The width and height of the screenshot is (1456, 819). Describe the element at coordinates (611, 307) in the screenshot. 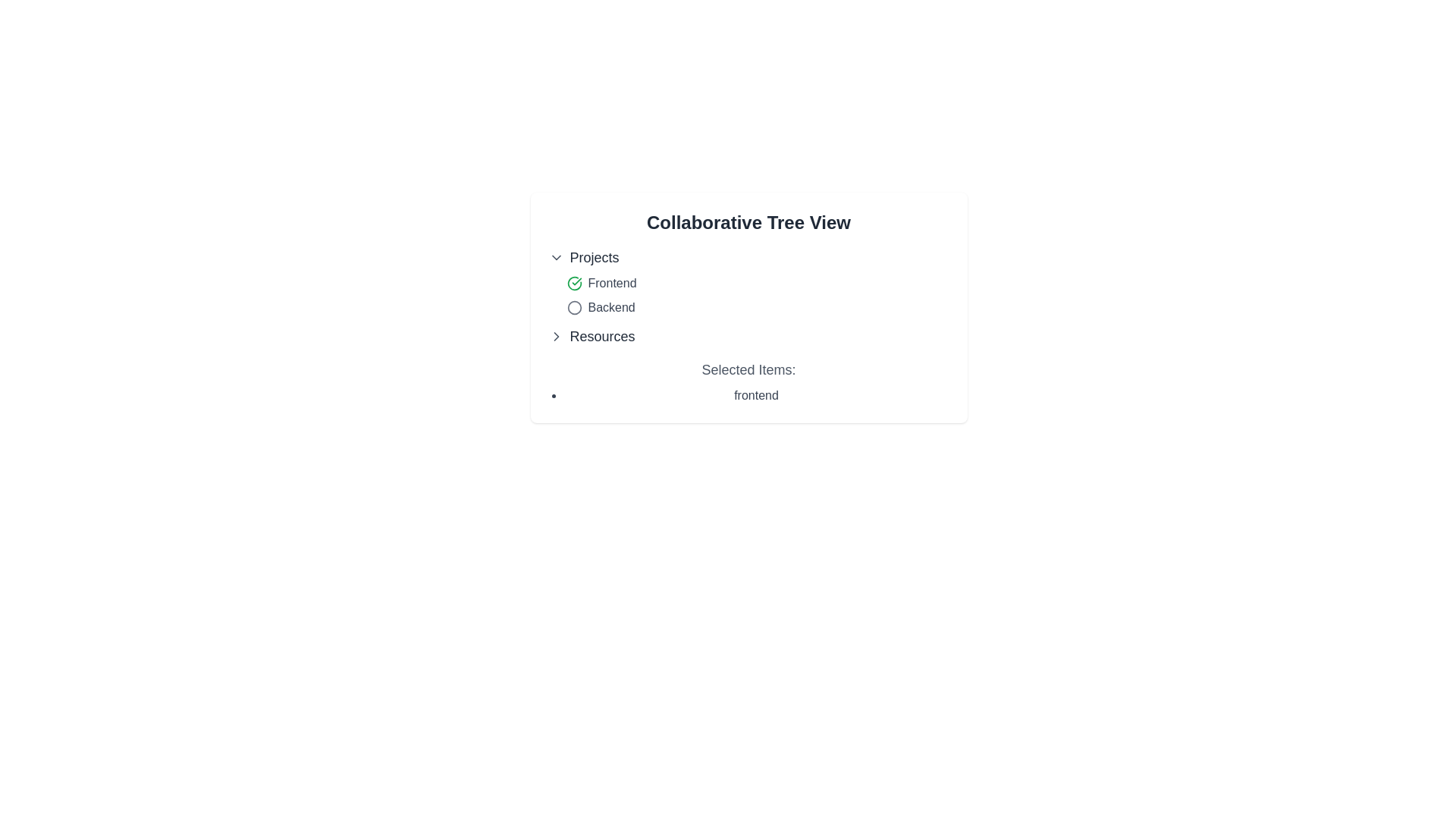

I see `the text content of the 'Backend' label, which is styled in dark gray and indicates an inactive state, located within the 'Projects' section under the 'Collaborative Tree View' heading` at that location.